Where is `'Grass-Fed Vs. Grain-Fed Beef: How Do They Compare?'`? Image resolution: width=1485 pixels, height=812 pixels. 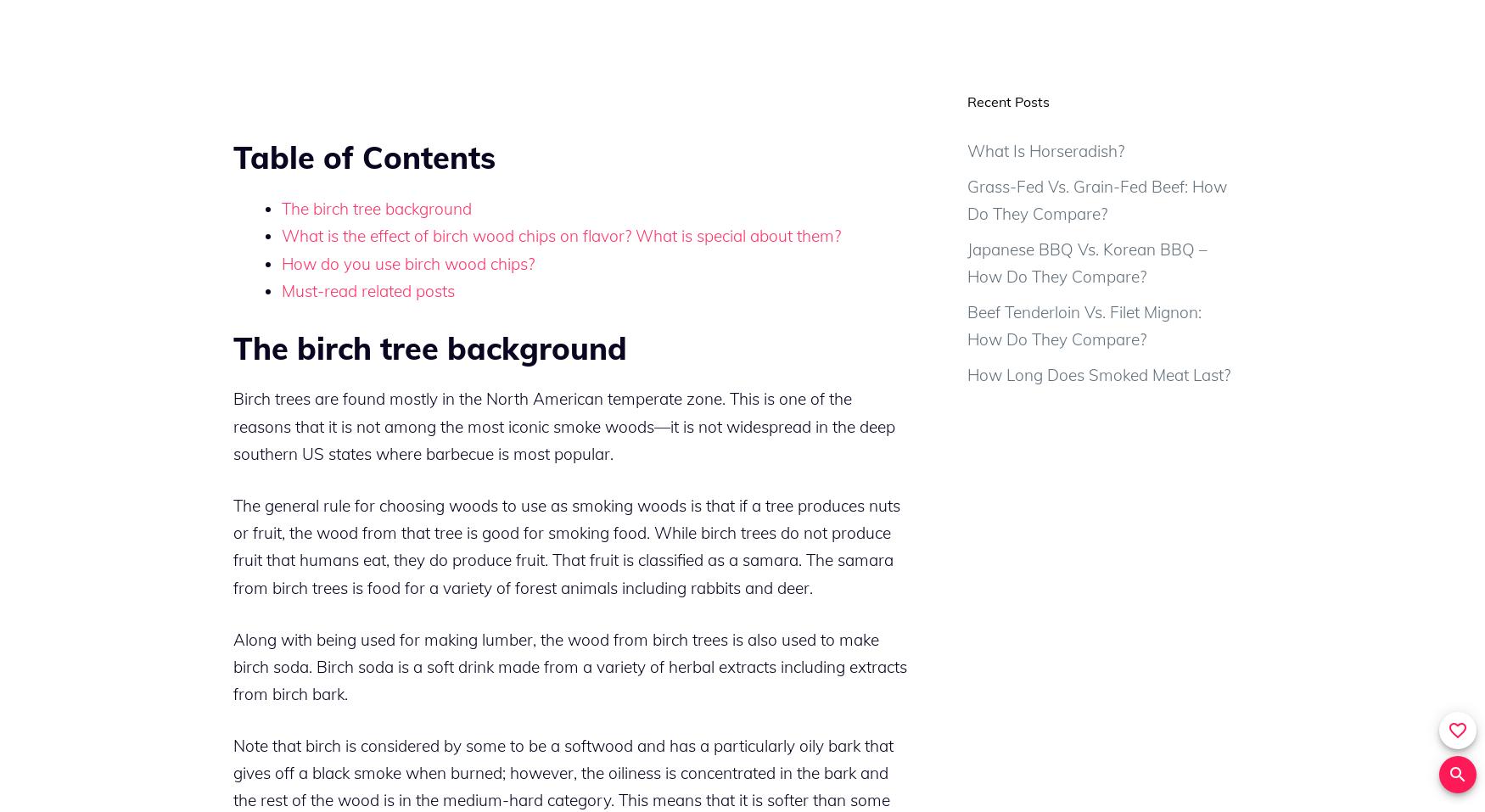
'Grass-Fed Vs. Grain-Fed Beef: How Do They Compare?' is located at coordinates (966, 199).